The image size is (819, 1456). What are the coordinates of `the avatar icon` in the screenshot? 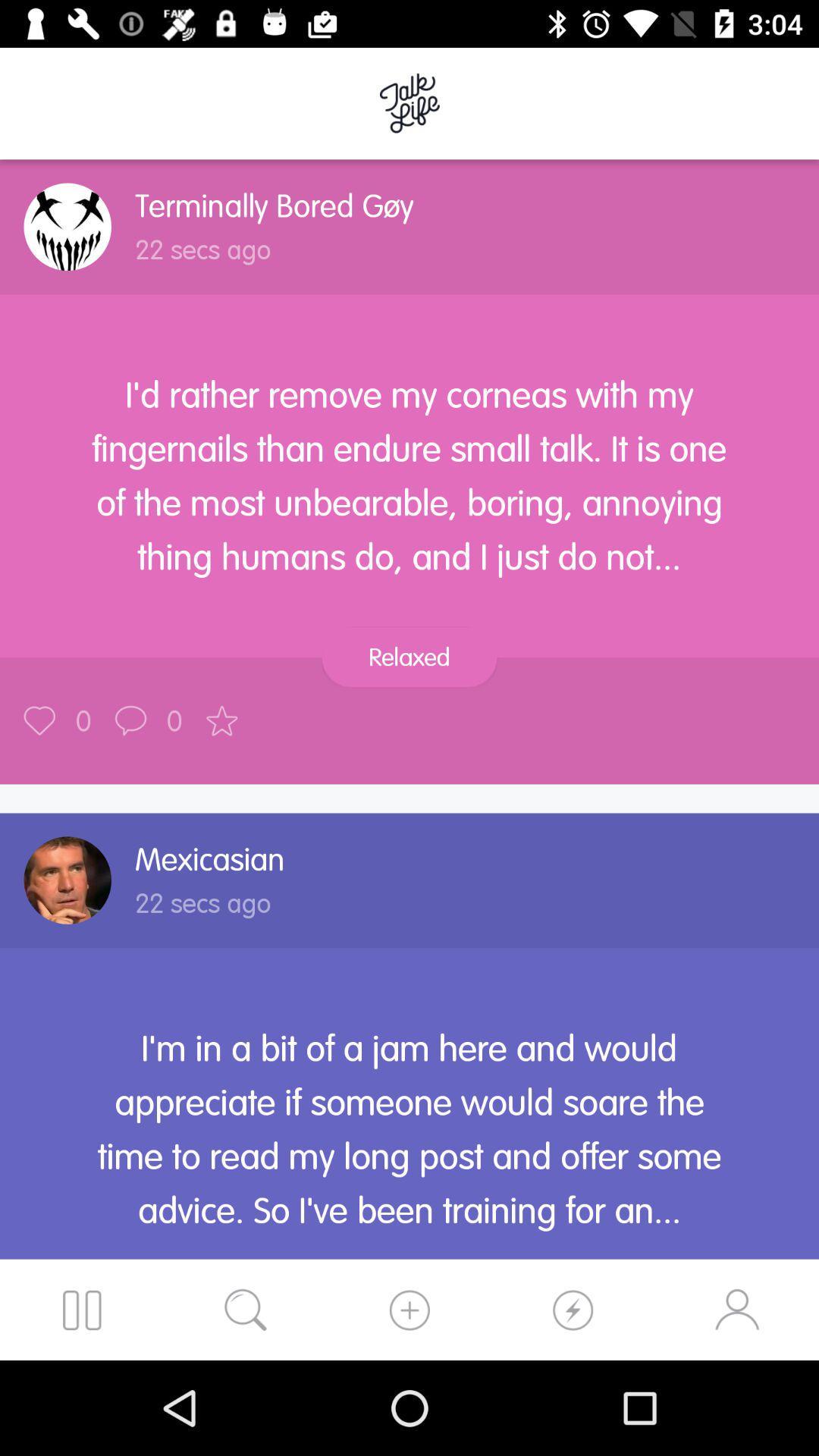 It's located at (736, 1309).